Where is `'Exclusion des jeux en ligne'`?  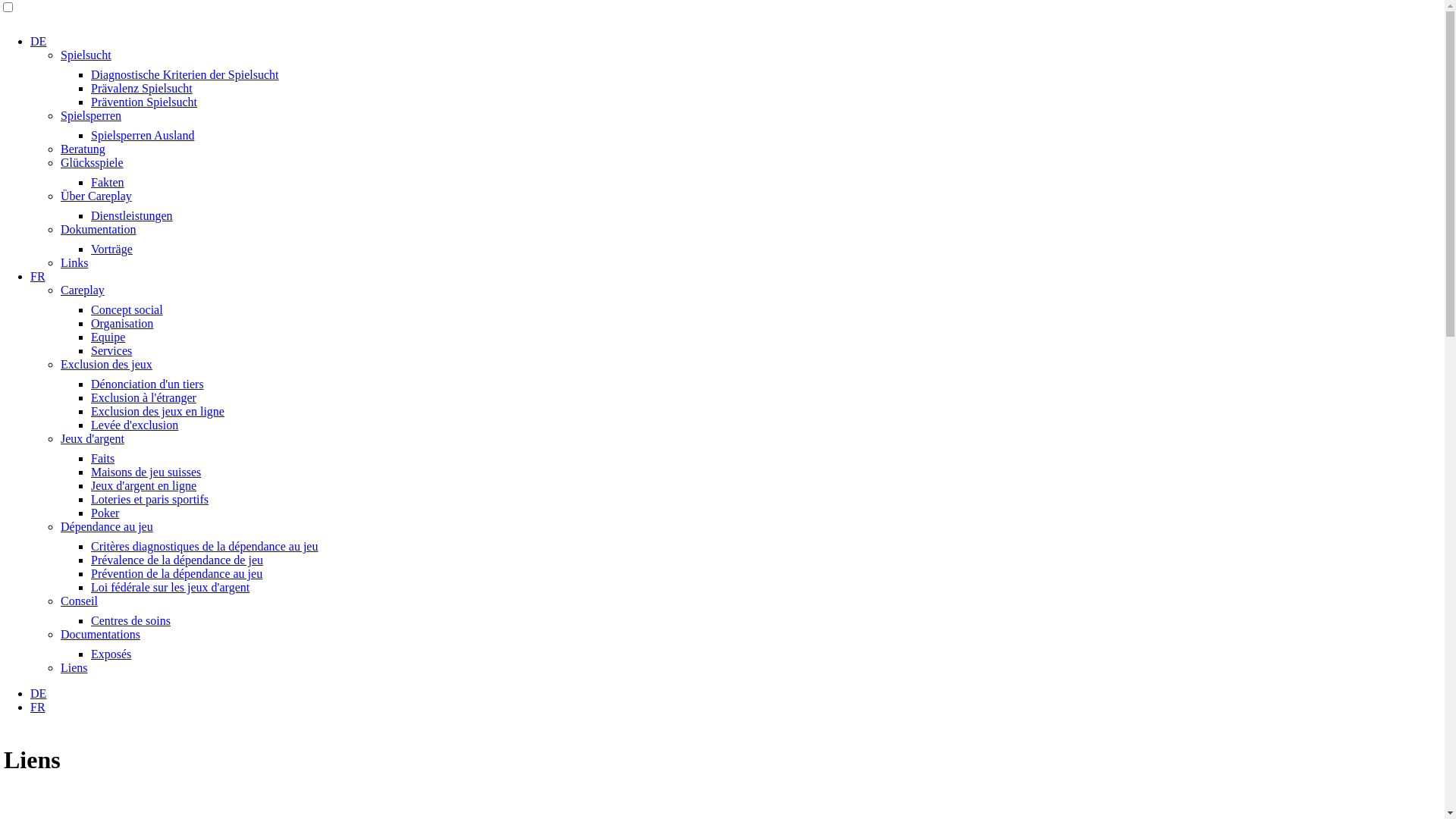 'Exclusion des jeux en ligne' is located at coordinates (157, 411).